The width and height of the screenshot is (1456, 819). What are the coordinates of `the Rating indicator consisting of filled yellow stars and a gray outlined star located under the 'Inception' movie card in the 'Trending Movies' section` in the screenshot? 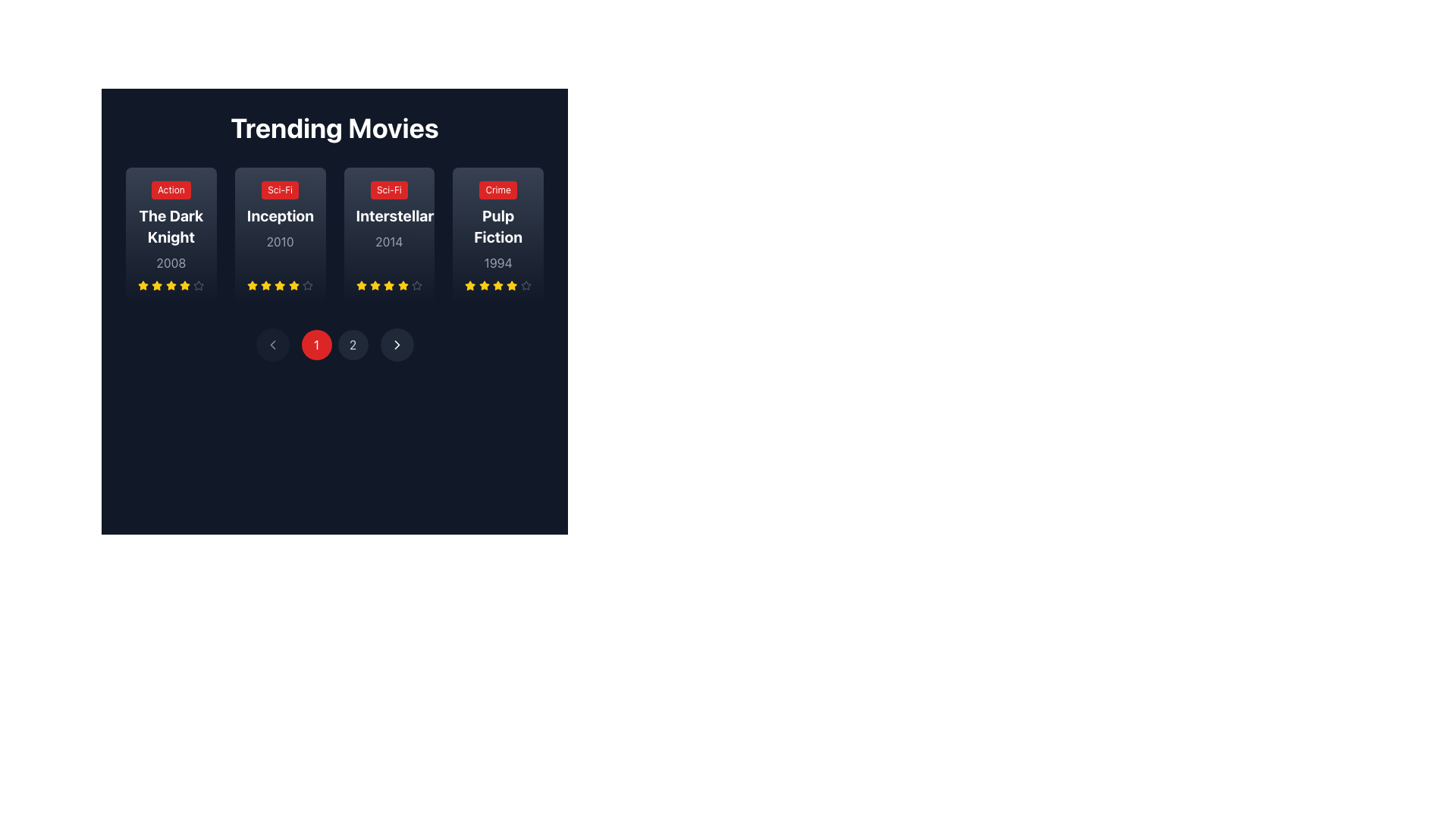 It's located at (280, 285).